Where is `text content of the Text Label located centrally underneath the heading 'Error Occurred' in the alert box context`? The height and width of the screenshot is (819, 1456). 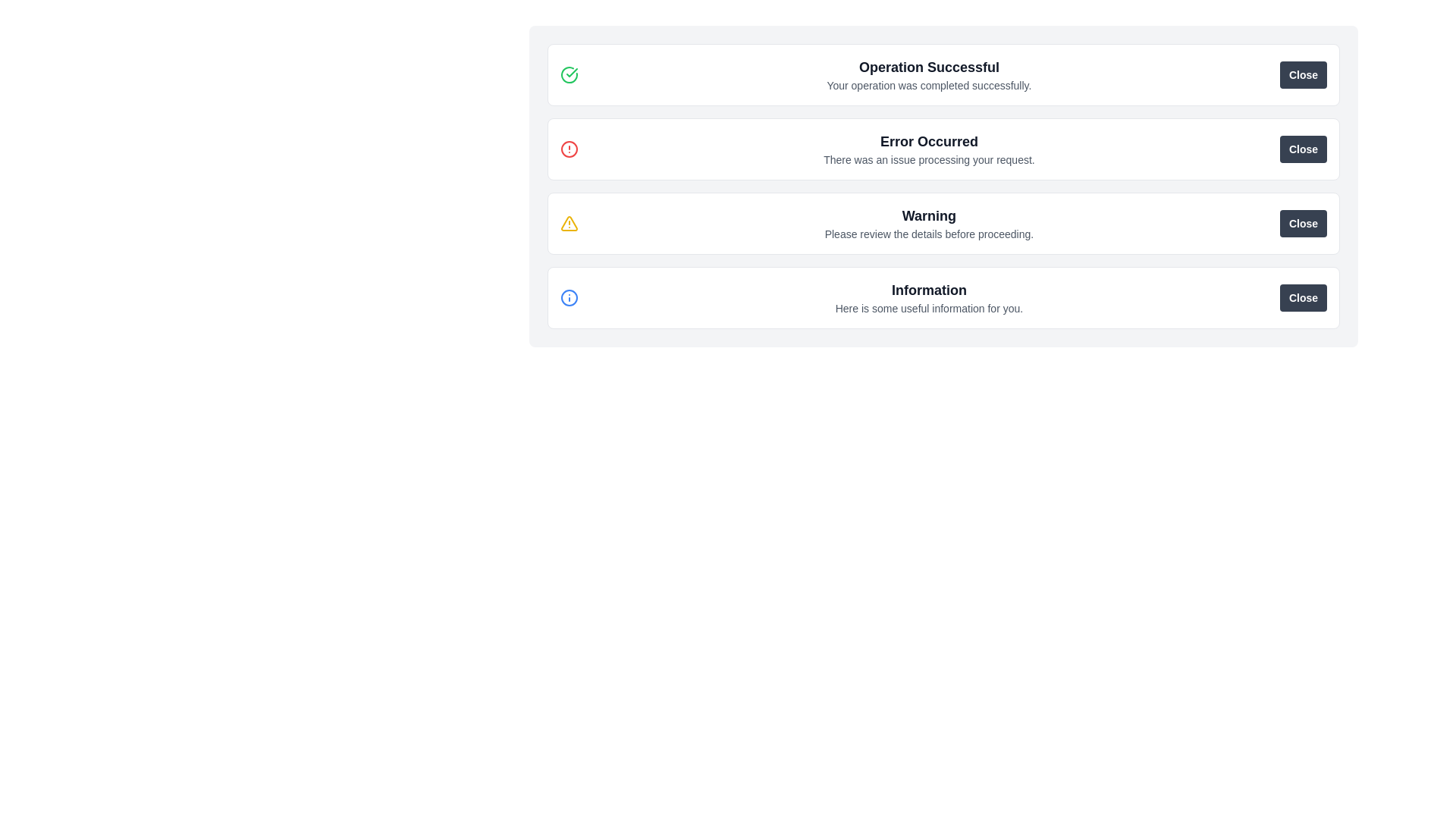 text content of the Text Label located centrally underneath the heading 'Error Occurred' in the alert box context is located at coordinates (928, 160).